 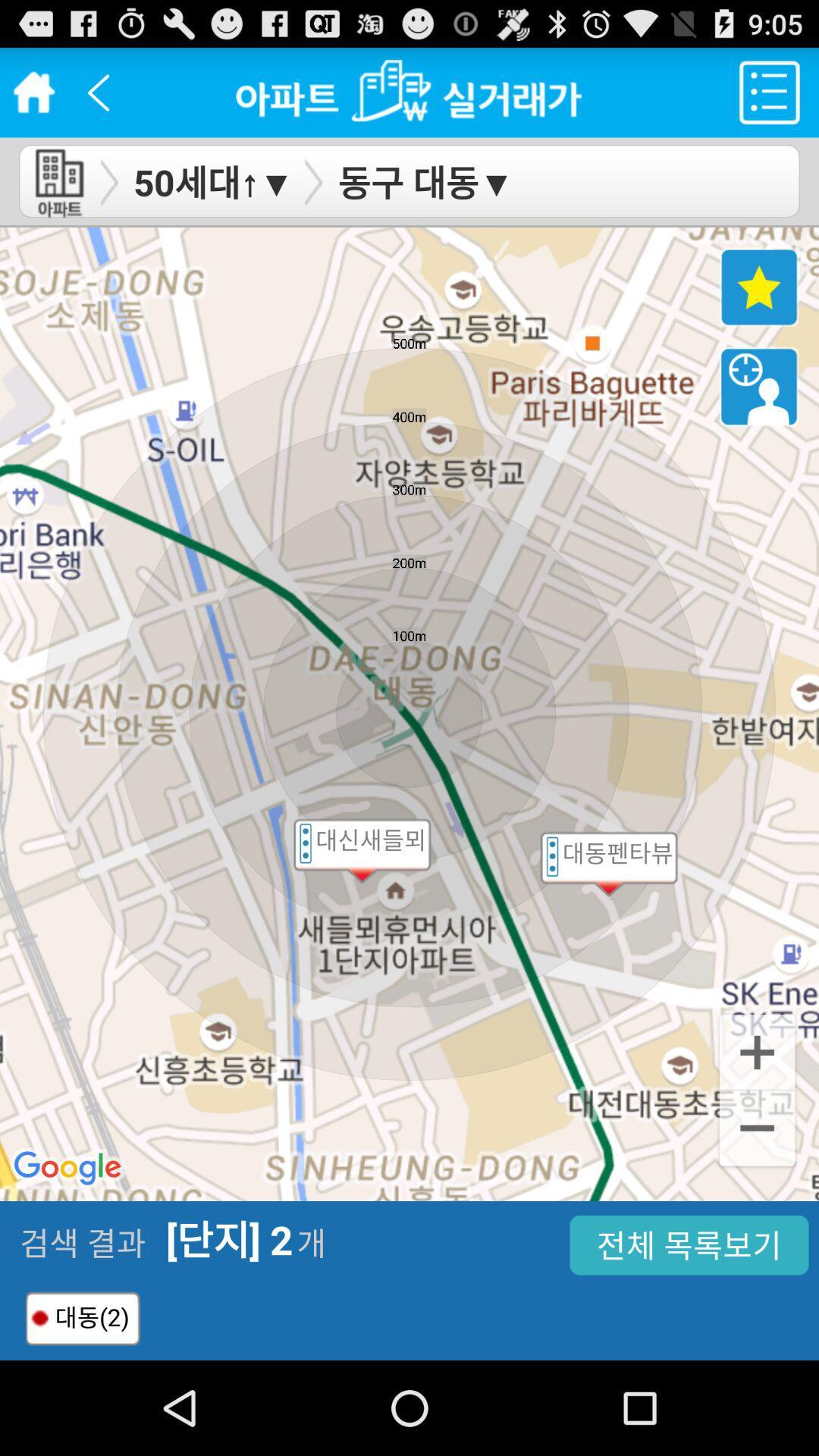 What do you see at coordinates (757, 1125) in the screenshot?
I see `the add icon` at bounding box center [757, 1125].